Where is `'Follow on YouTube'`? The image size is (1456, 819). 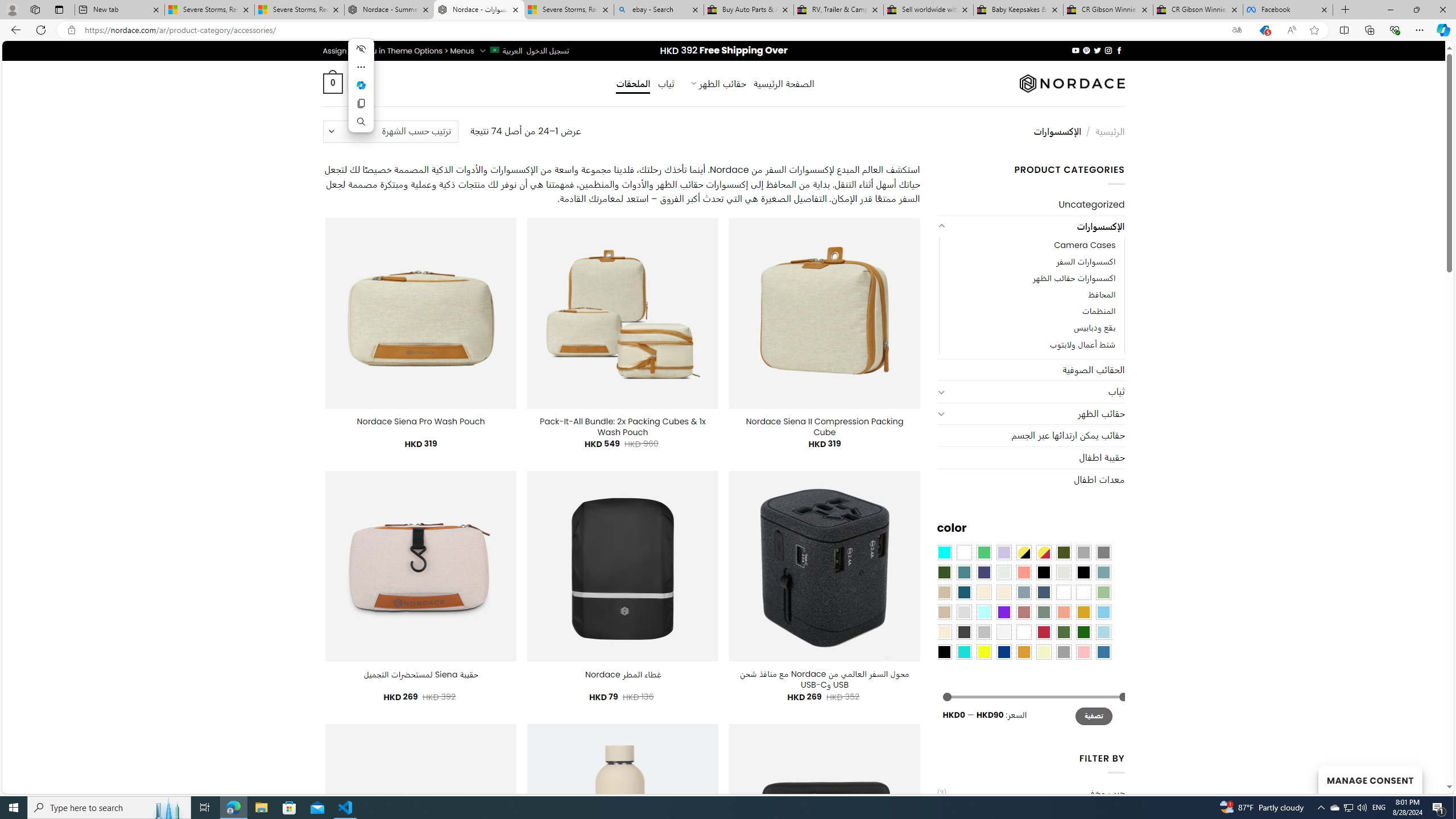 'Follow on YouTube' is located at coordinates (1075, 50).